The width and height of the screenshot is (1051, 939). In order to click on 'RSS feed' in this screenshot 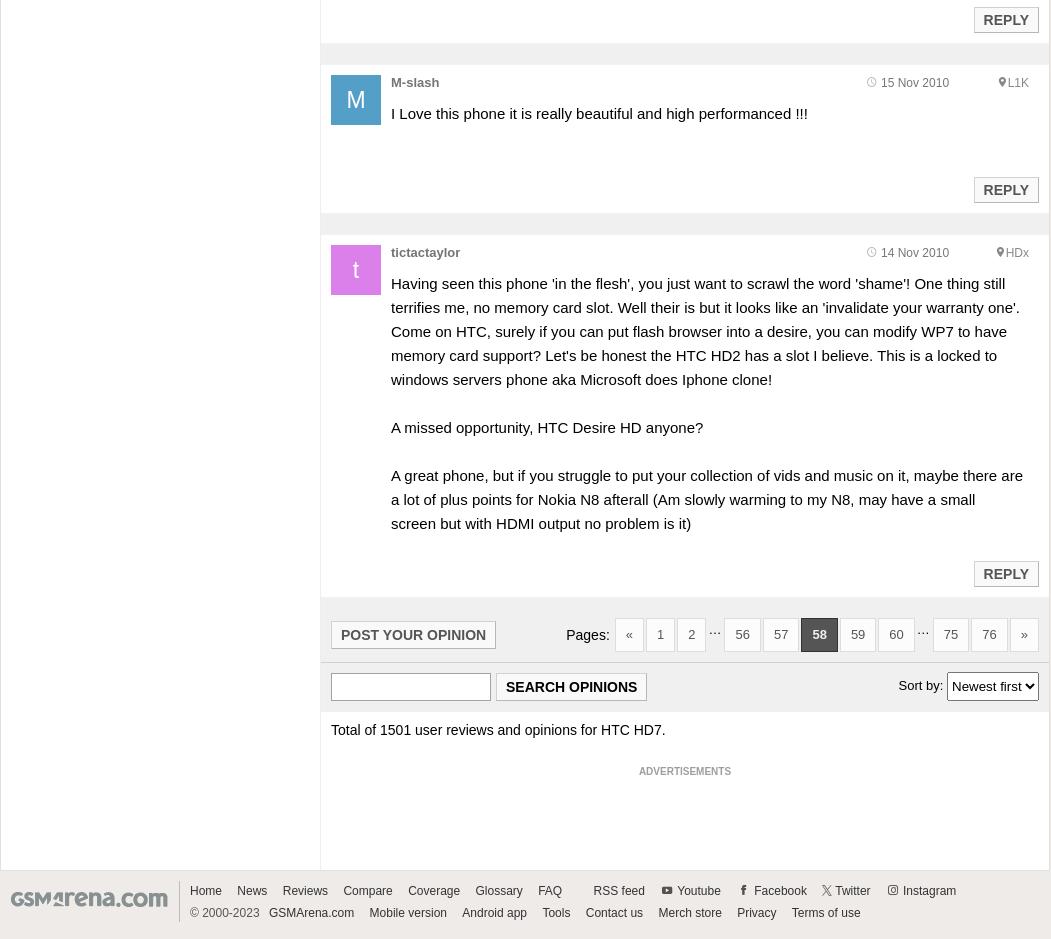, I will do `click(617, 891)`.